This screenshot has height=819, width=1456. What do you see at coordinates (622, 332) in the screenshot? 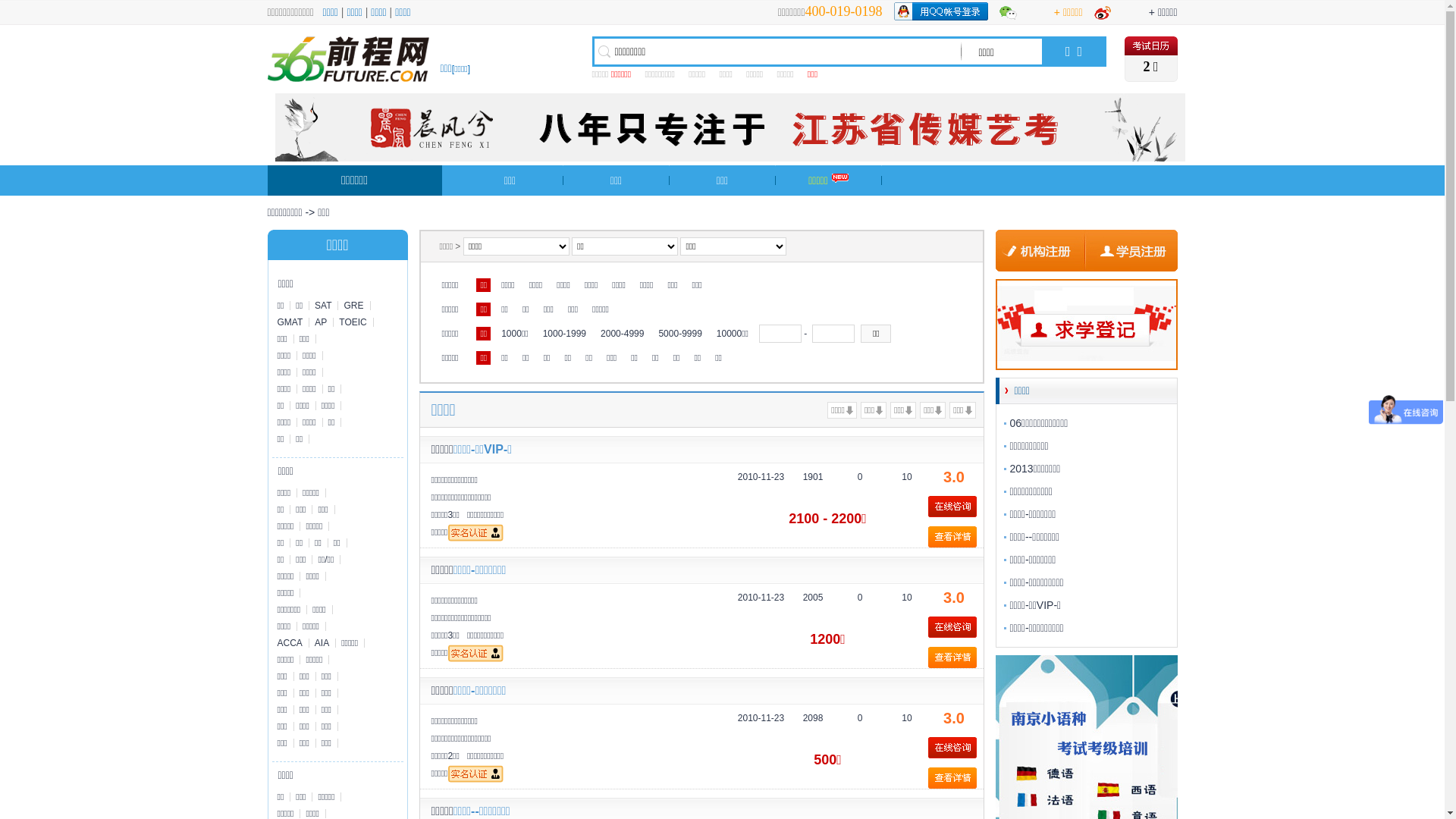
I see `'2000-4999'` at bounding box center [622, 332].